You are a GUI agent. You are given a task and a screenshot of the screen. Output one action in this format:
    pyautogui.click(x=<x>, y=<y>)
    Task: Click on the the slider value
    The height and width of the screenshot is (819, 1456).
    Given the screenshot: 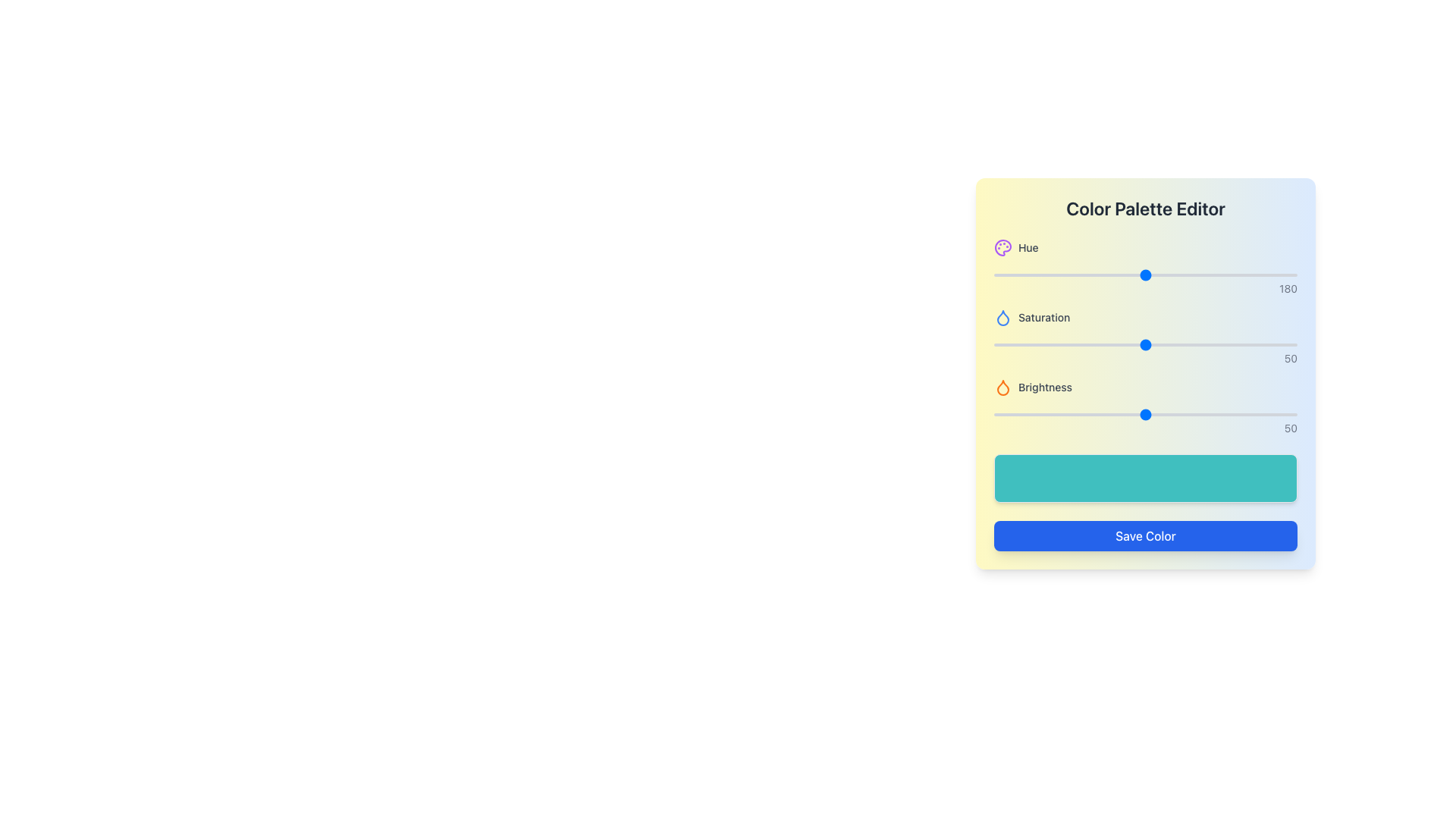 What is the action you would take?
    pyautogui.click(x=1087, y=345)
    